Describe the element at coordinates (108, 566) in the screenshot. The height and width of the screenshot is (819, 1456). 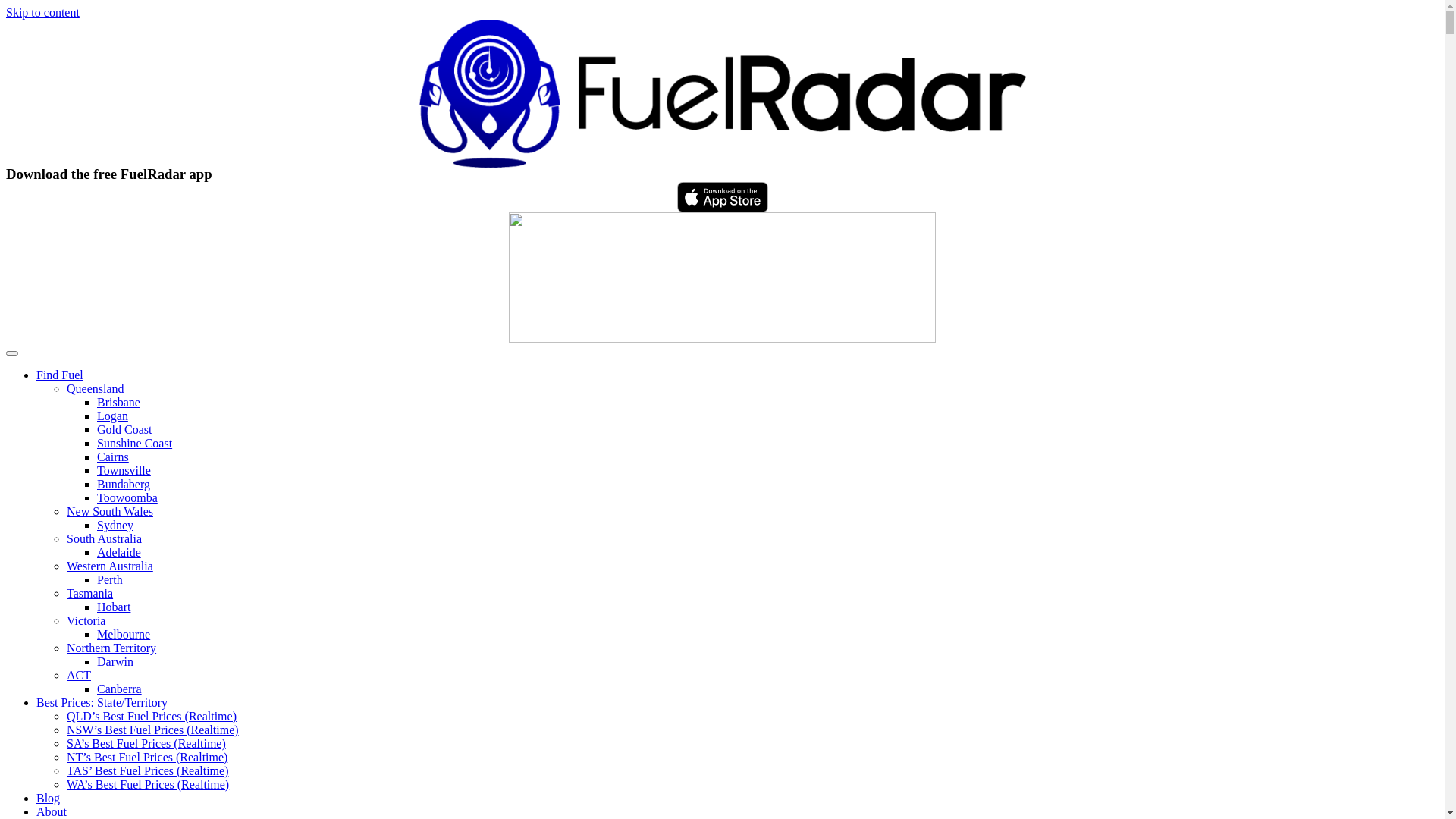
I see `'Western Australia'` at that location.